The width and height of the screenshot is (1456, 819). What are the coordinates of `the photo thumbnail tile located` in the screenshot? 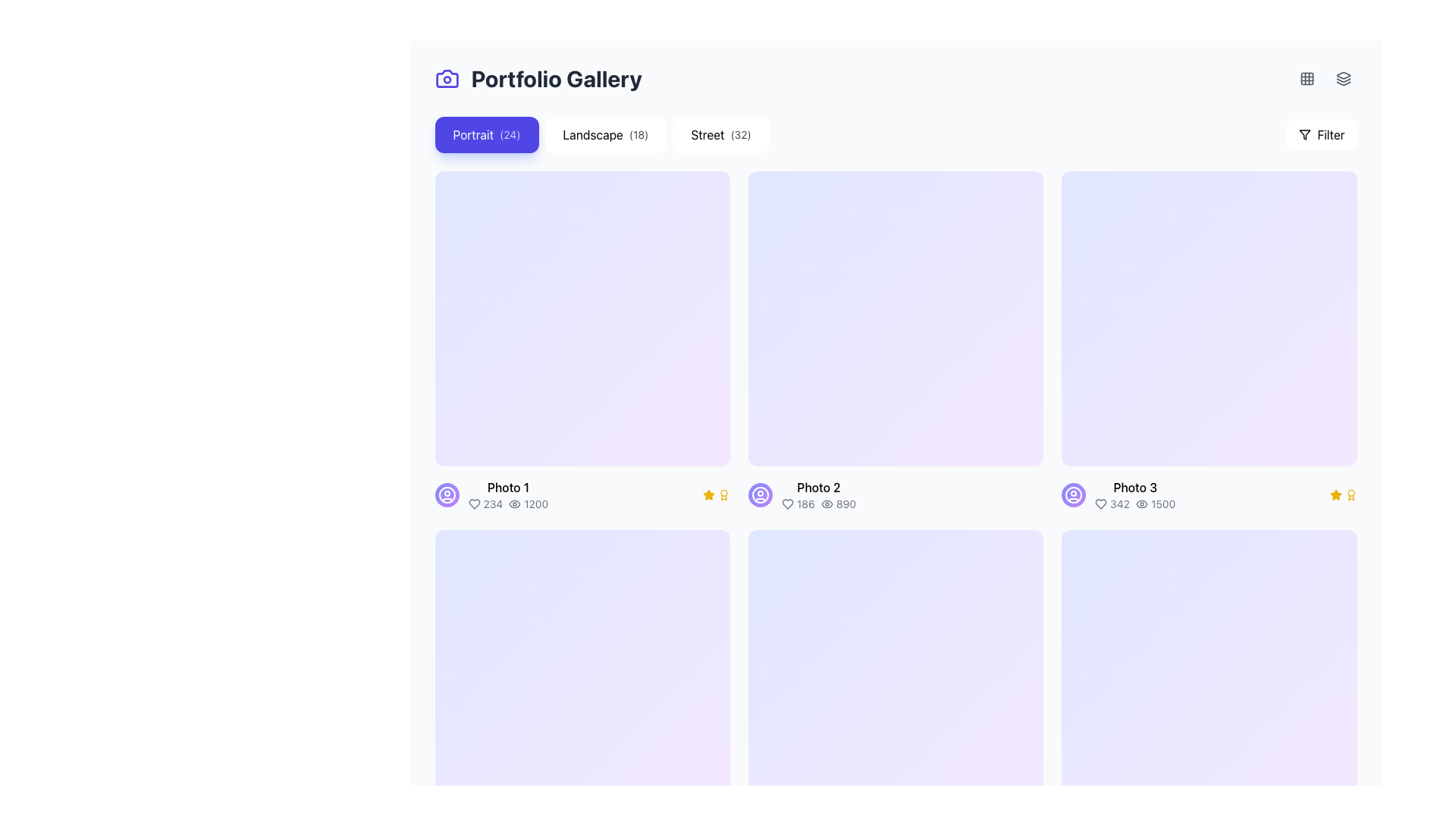 It's located at (1208, 341).